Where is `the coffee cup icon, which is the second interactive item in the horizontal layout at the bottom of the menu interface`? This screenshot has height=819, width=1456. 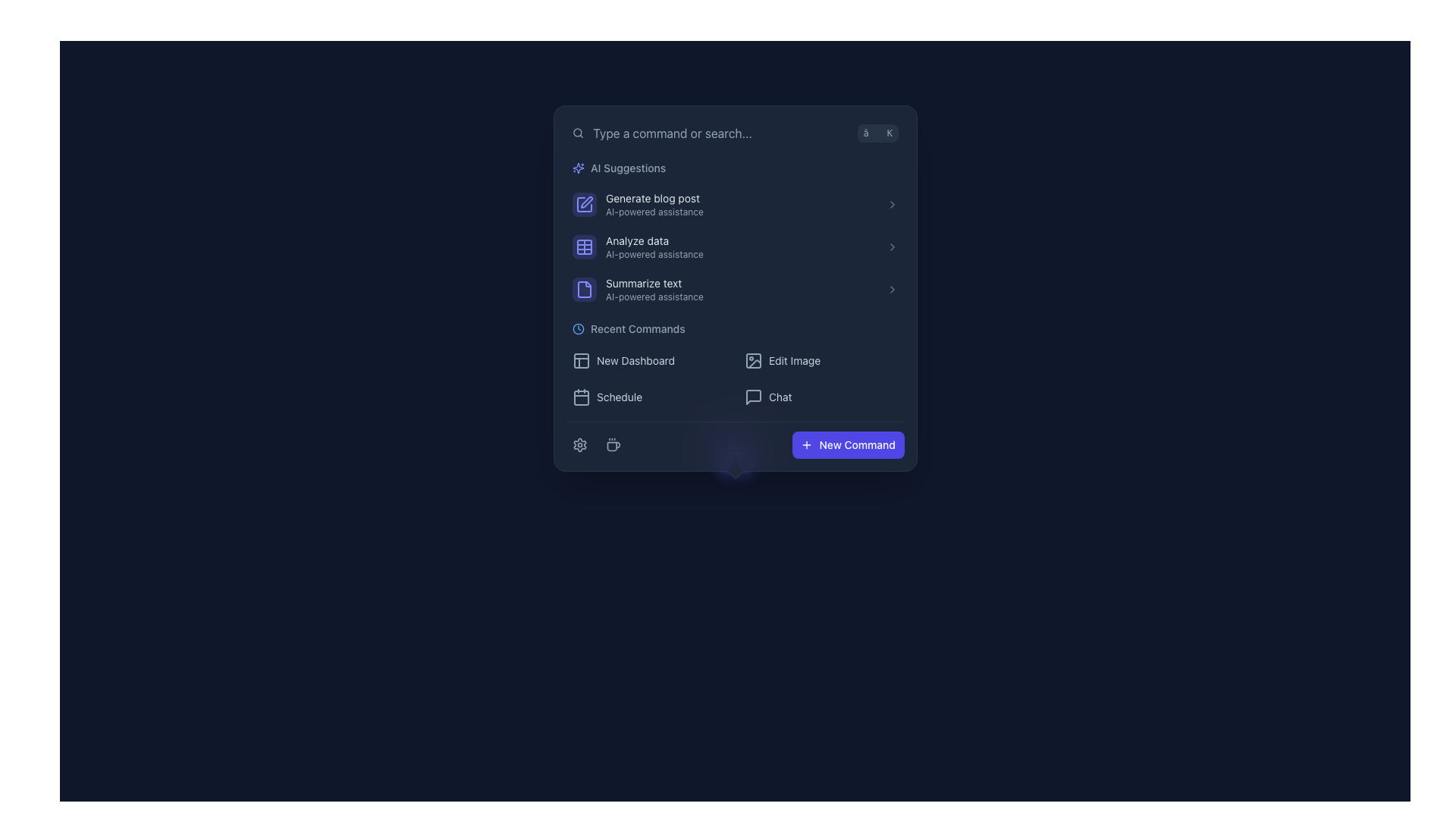 the coffee cup icon, which is the second interactive item in the horizontal layout at the bottom of the menu interface is located at coordinates (613, 444).